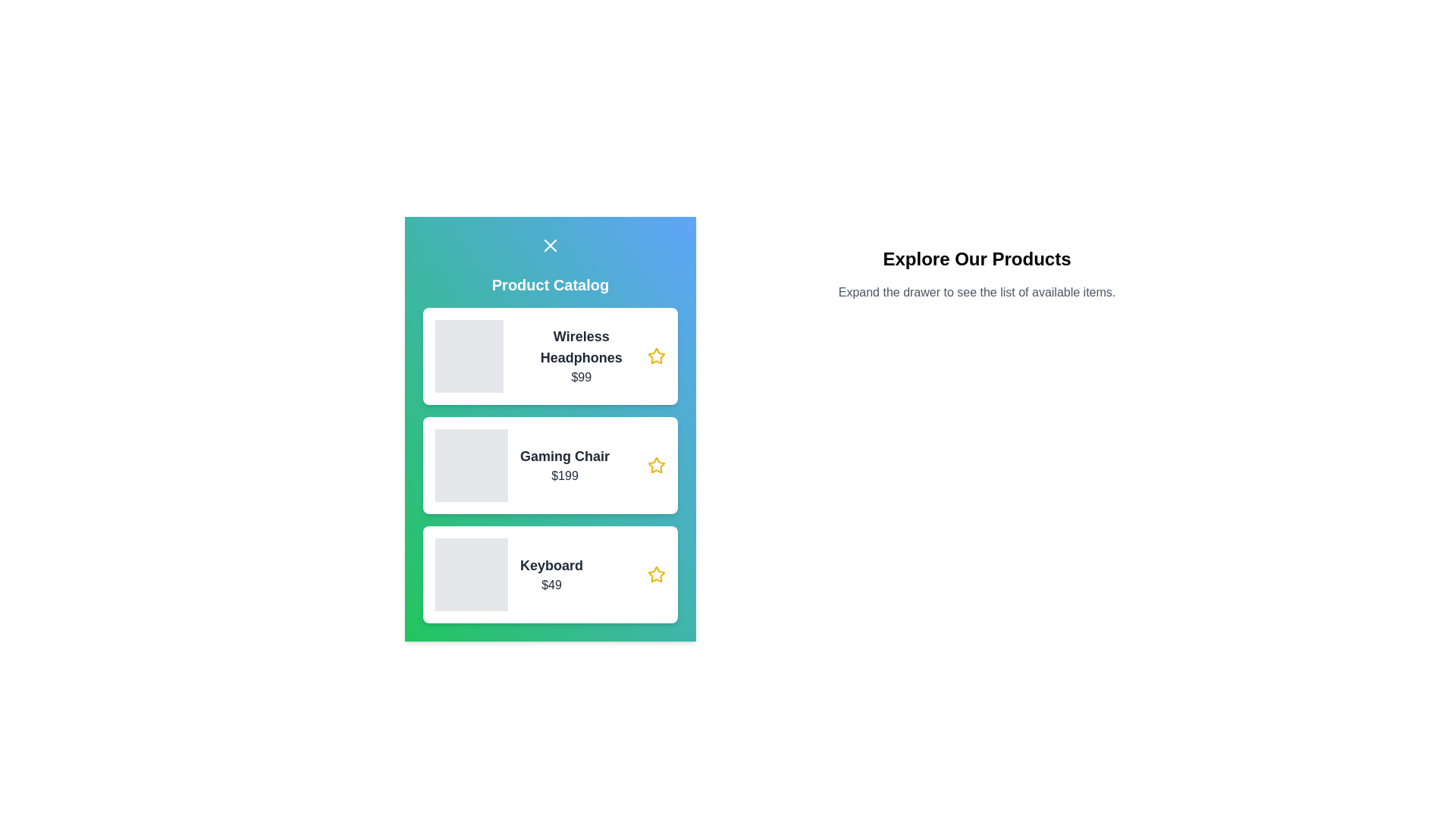 This screenshot has width=1456, height=819. What do you see at coordinates (656, 464) in the screenshot?
I see `the star icon next to the product named Gaming Chair to mark it as favorite` at bounding box center [656, 464].